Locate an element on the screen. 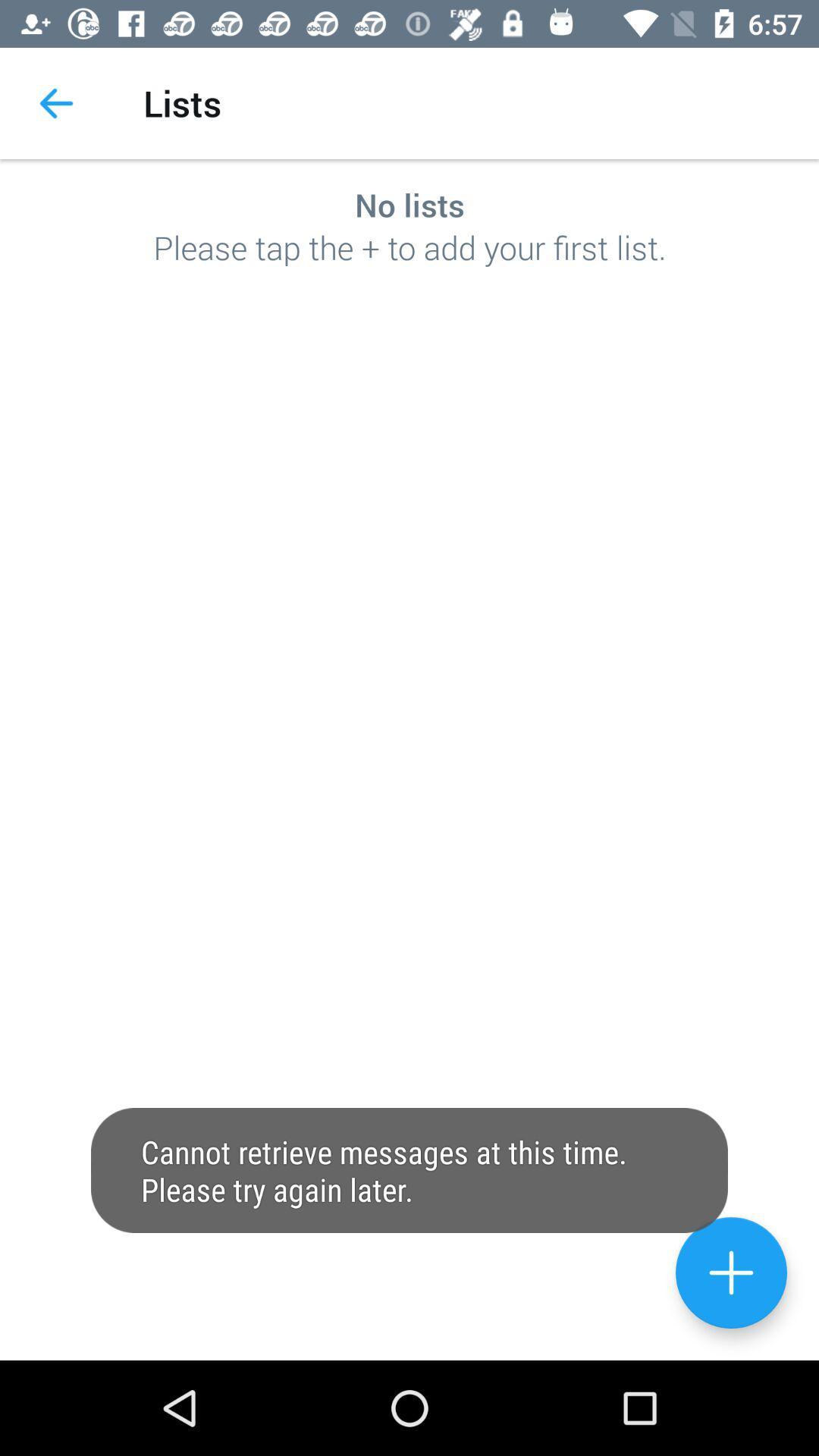 This screenshot has height=1456, width=819. go back is located at coordinates (730, 1272).